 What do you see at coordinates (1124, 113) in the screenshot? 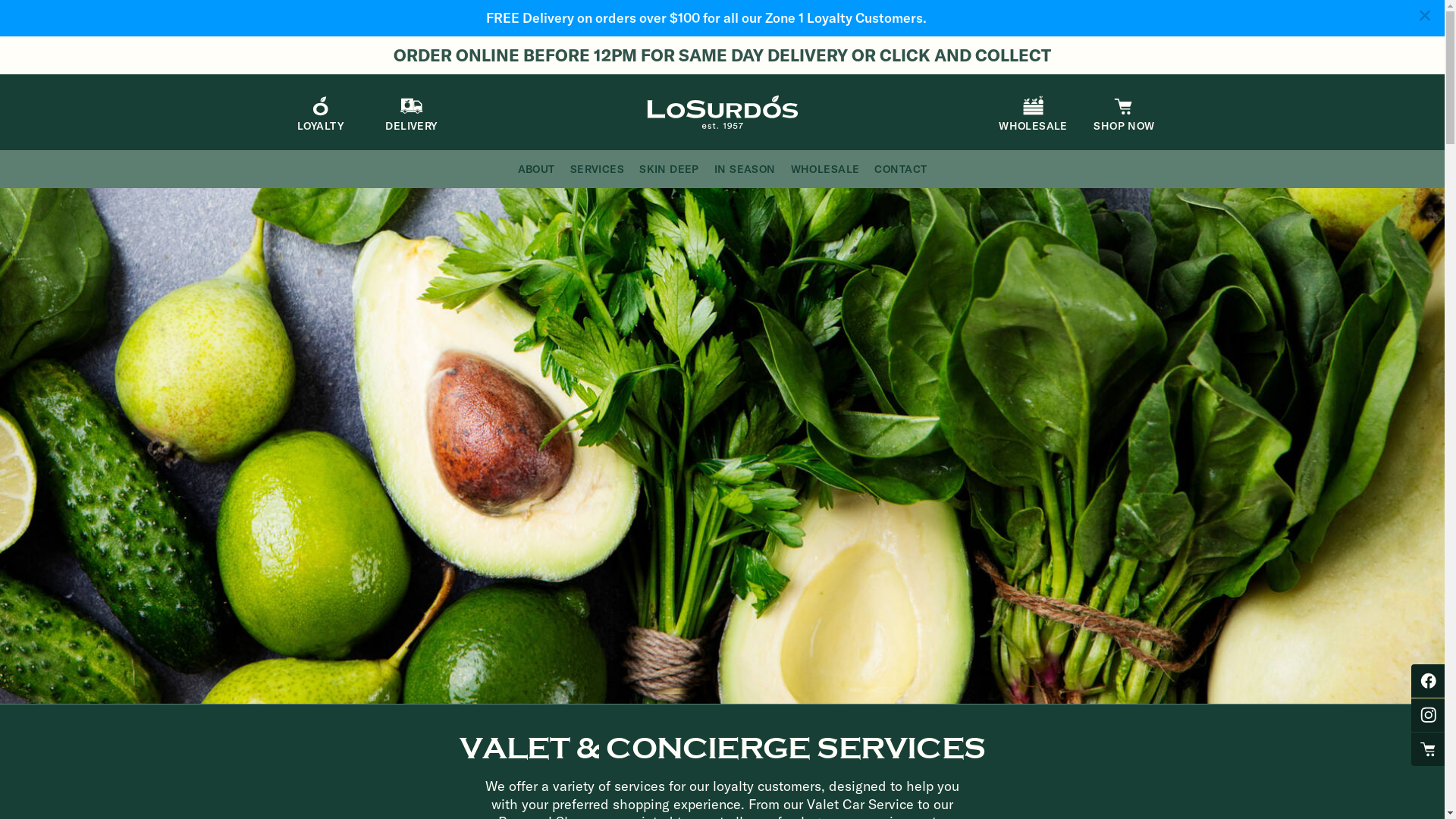
I see `'SHOP NOW'` at bounding box center [1124, 113].